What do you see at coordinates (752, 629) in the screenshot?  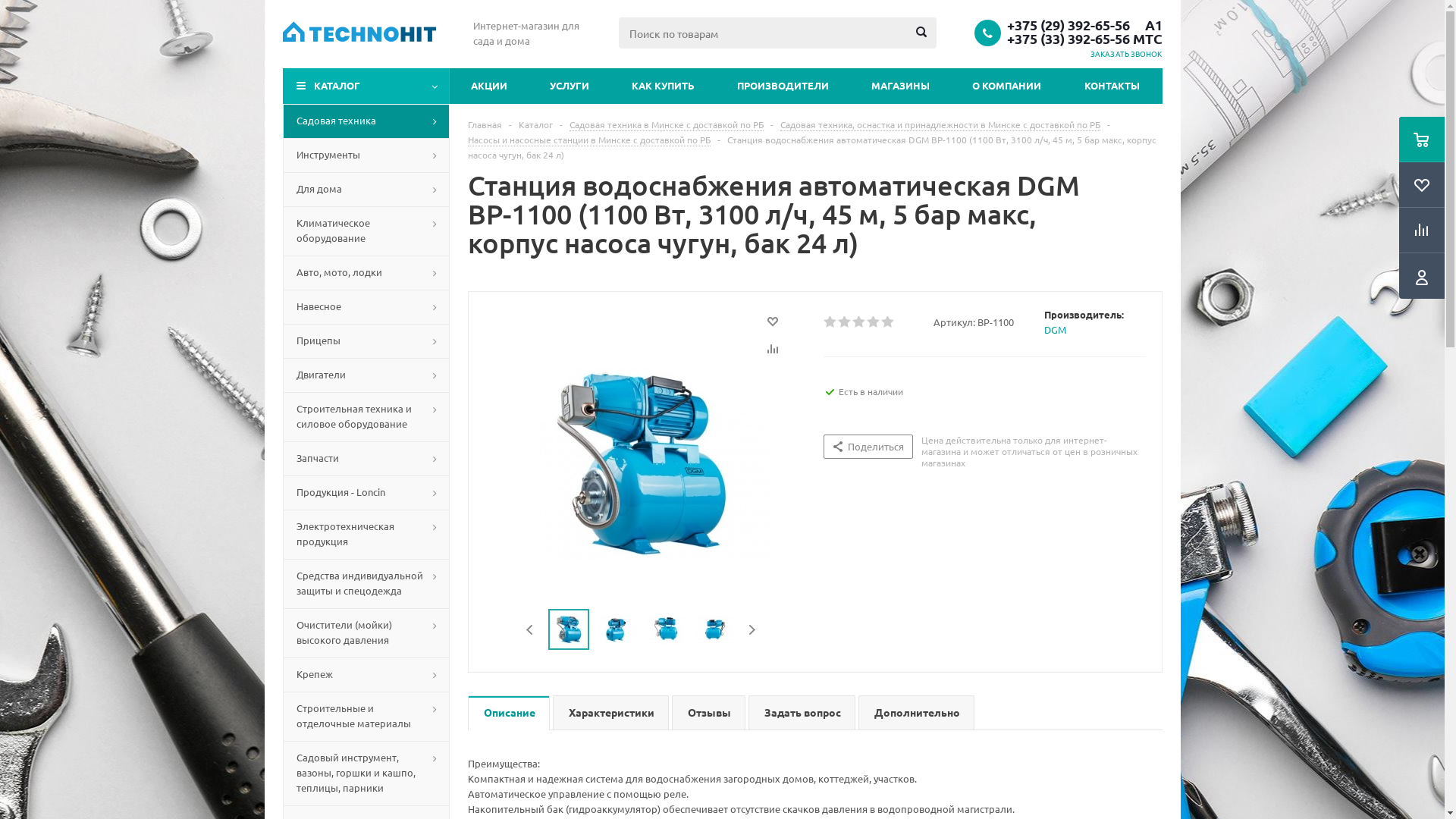 I see `'Next'` at bounding box center [752, 629].